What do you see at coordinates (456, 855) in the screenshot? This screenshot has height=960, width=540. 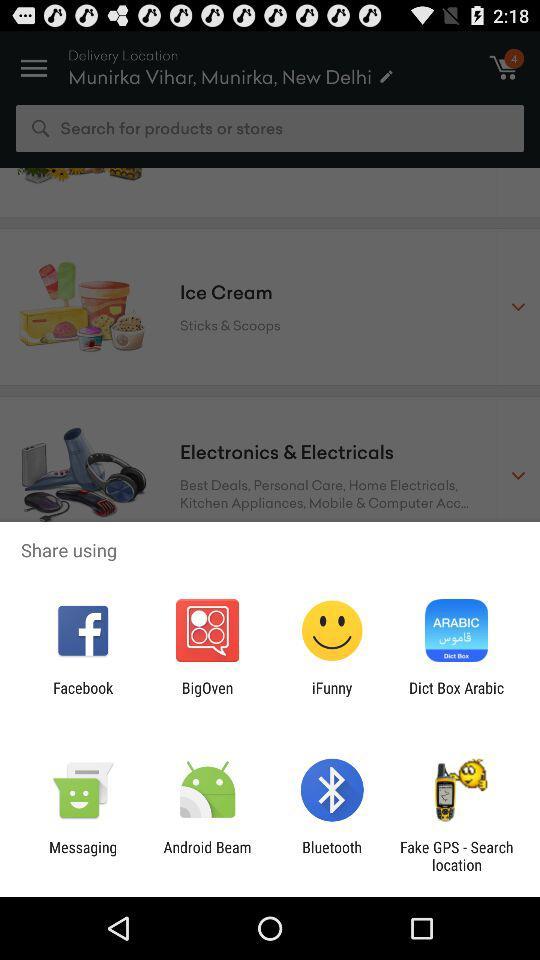 I see `the app to the right of the bluetooth icon` at bounding box center [456, 855].